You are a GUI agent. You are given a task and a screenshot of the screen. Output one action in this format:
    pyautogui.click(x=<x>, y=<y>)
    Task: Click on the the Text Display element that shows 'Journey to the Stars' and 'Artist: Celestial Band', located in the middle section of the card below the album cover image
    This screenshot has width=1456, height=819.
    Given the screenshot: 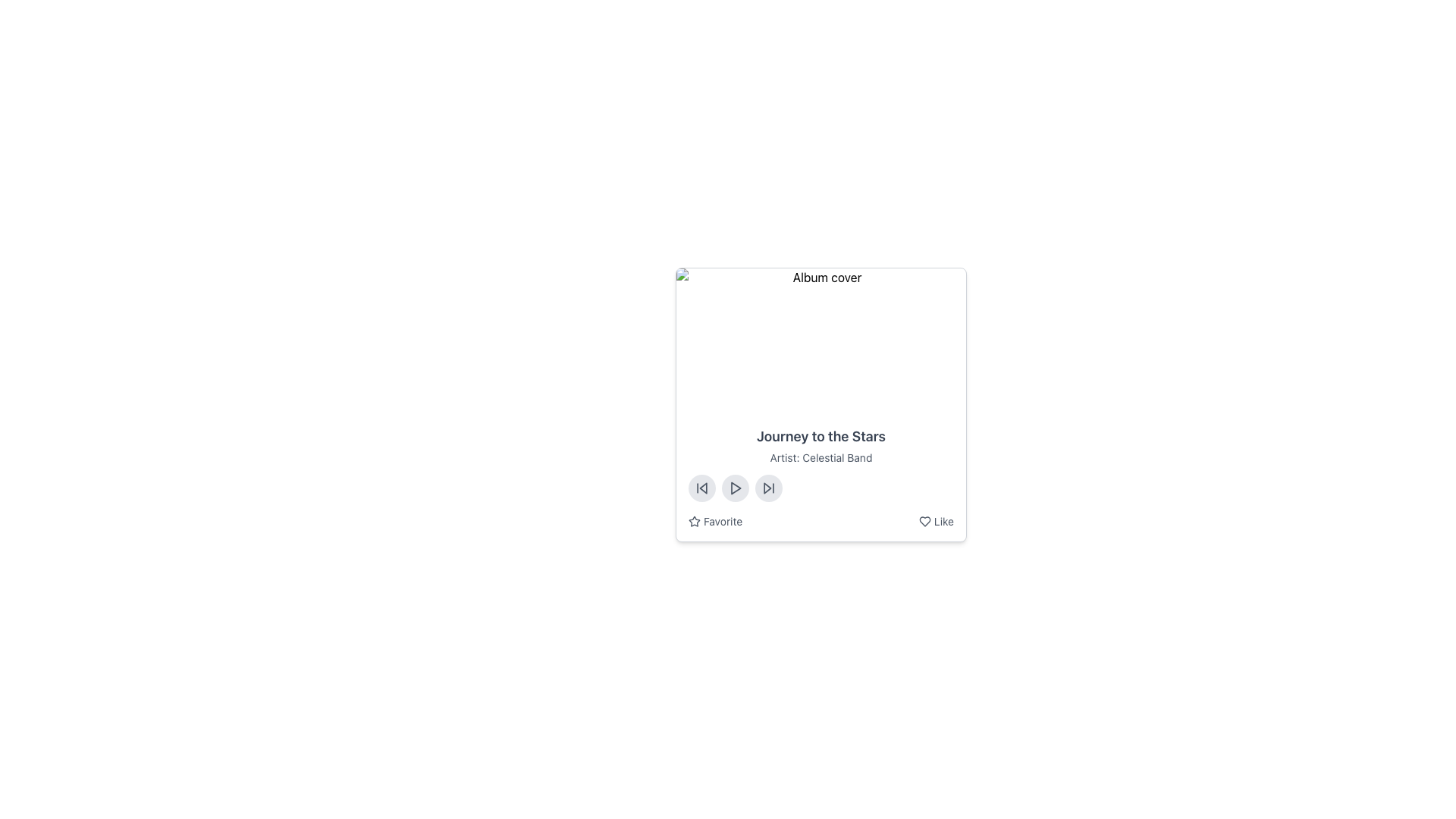 What is the action you would take?
    pyautogui.click(x=821, y=463)
    